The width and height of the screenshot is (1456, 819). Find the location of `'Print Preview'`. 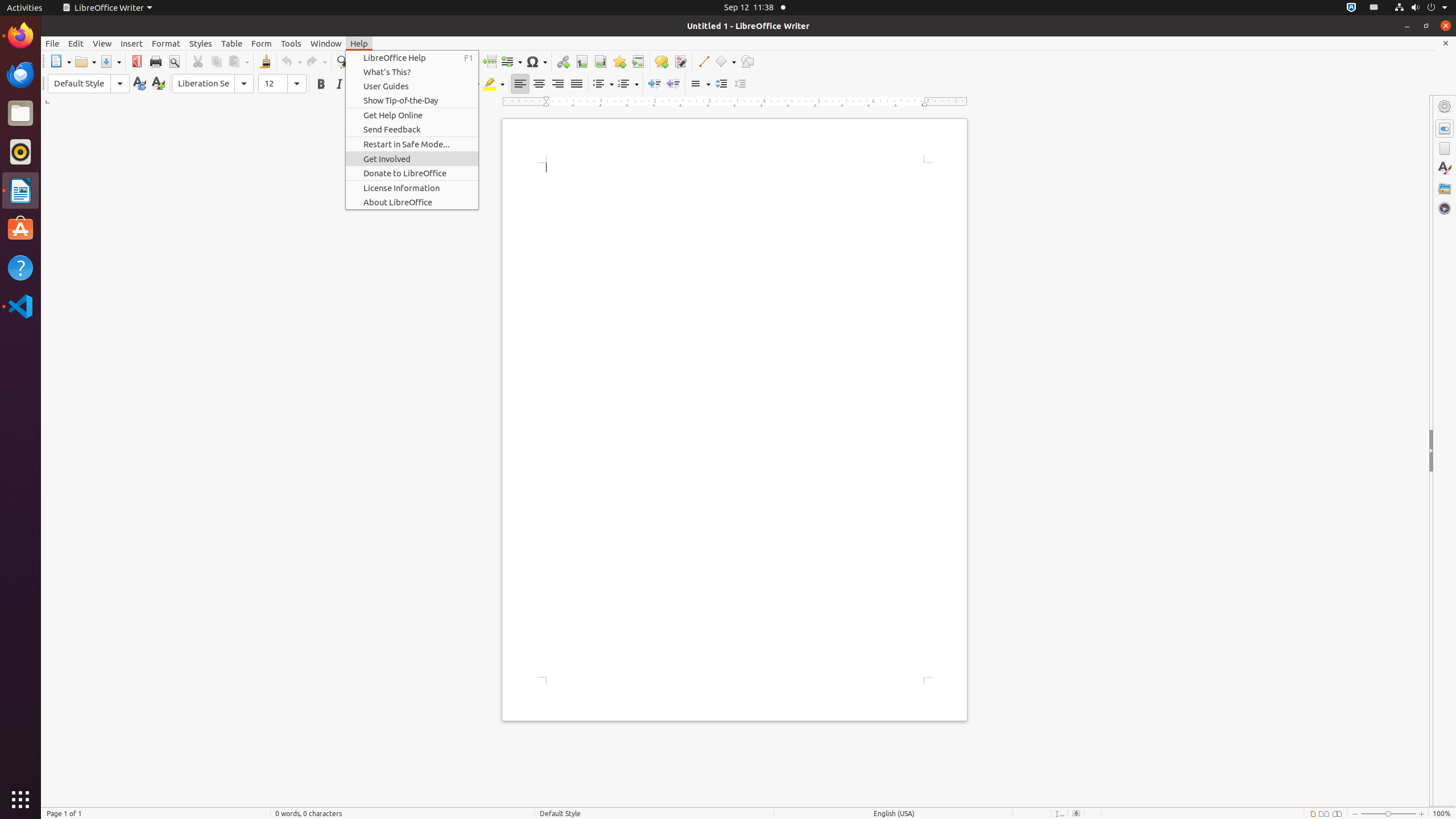

'Print Preview' is located at coordinates (173, 61).